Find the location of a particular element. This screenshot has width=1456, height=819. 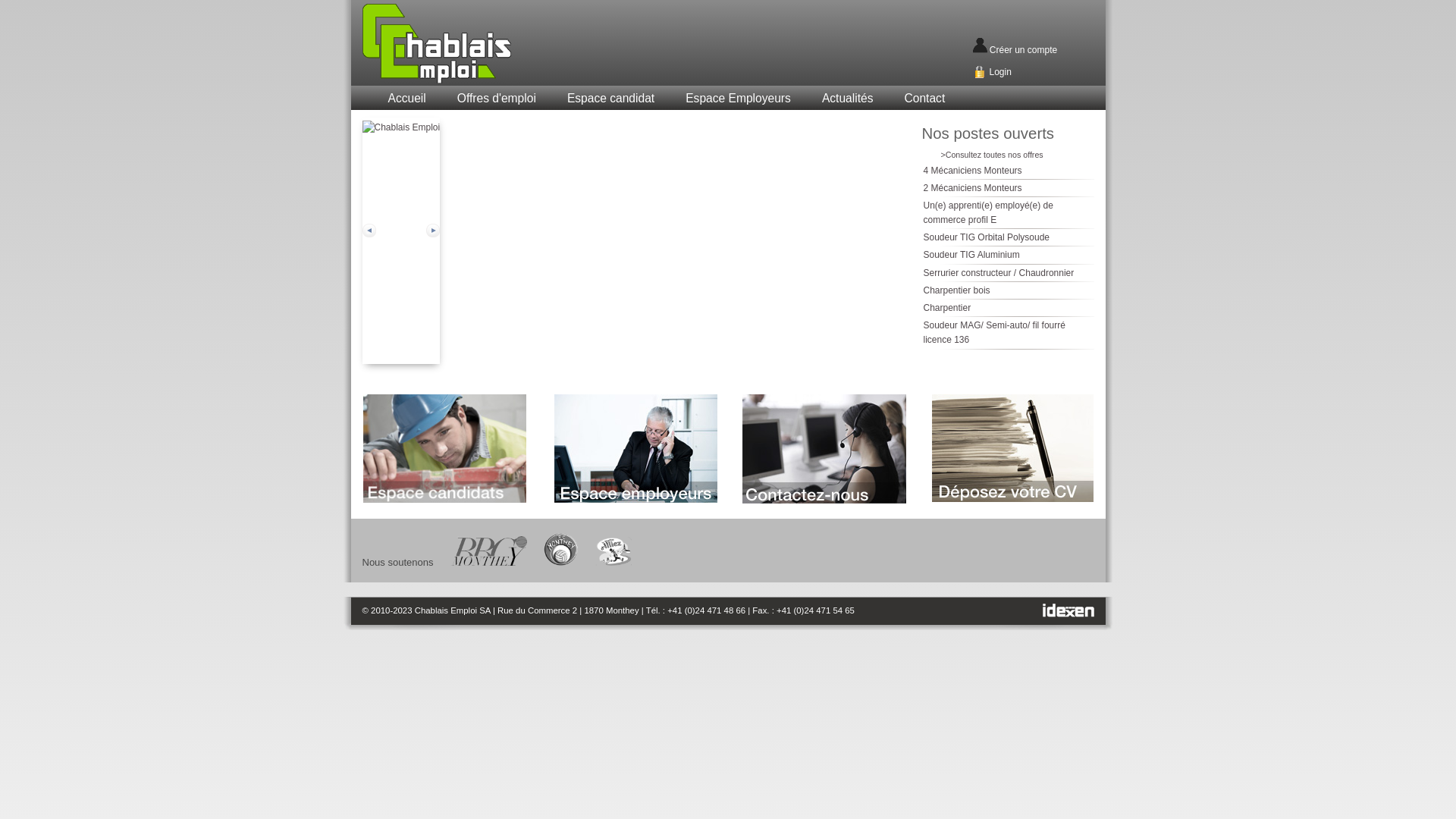

'Login' is located at coordinates (999, 72).